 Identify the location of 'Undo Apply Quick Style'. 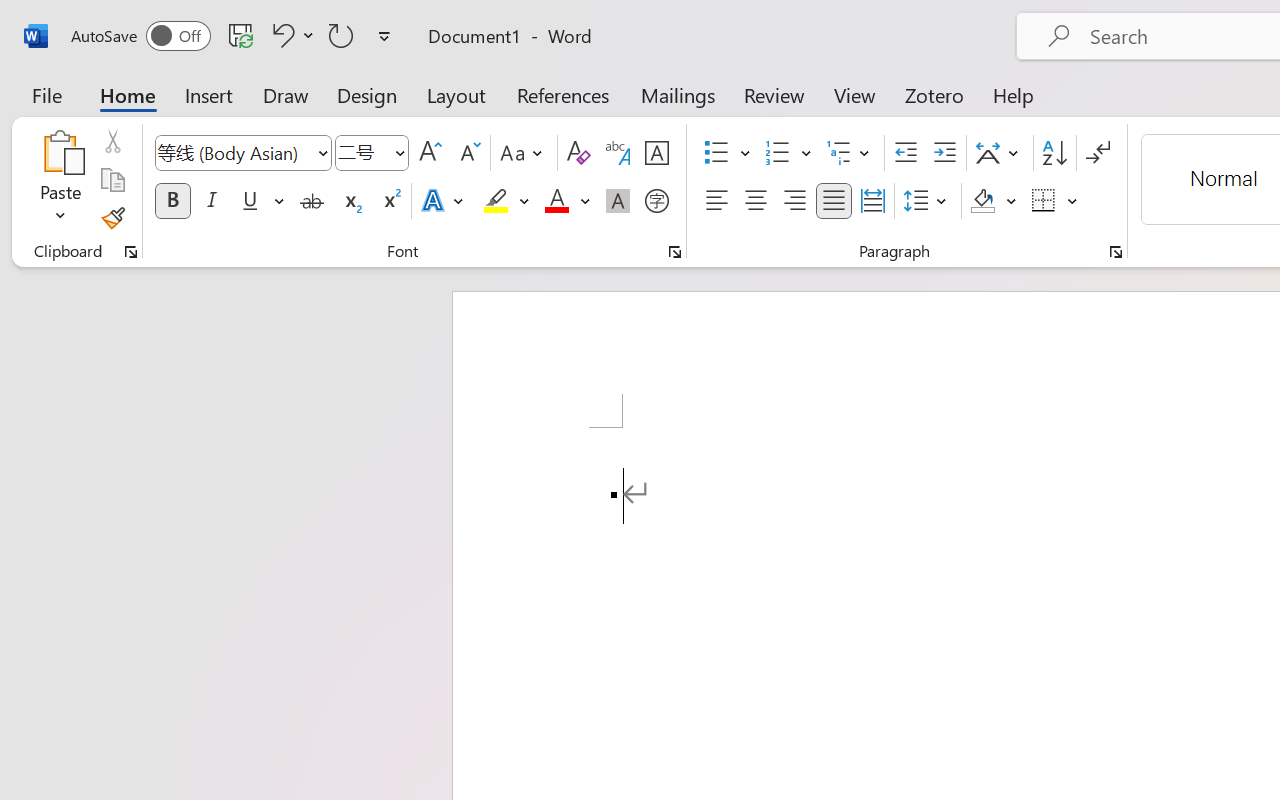
(279, 34).